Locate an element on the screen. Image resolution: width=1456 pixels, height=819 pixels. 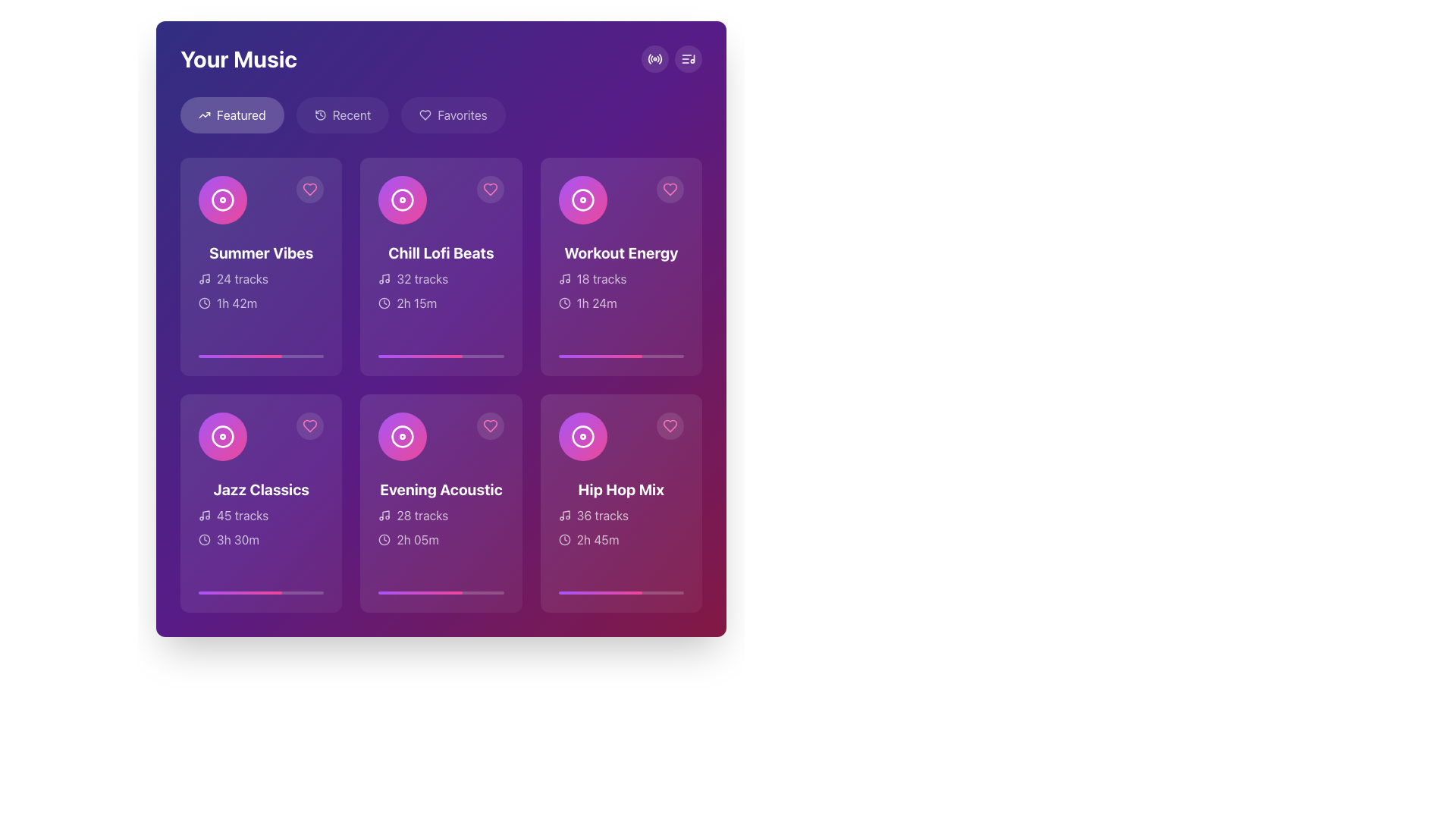
the narrow horizontal progress bar located at the bottom of the 'Evening Acoustic' card, which is part of the 'Your Music' section is located at coordinates (440, 592).